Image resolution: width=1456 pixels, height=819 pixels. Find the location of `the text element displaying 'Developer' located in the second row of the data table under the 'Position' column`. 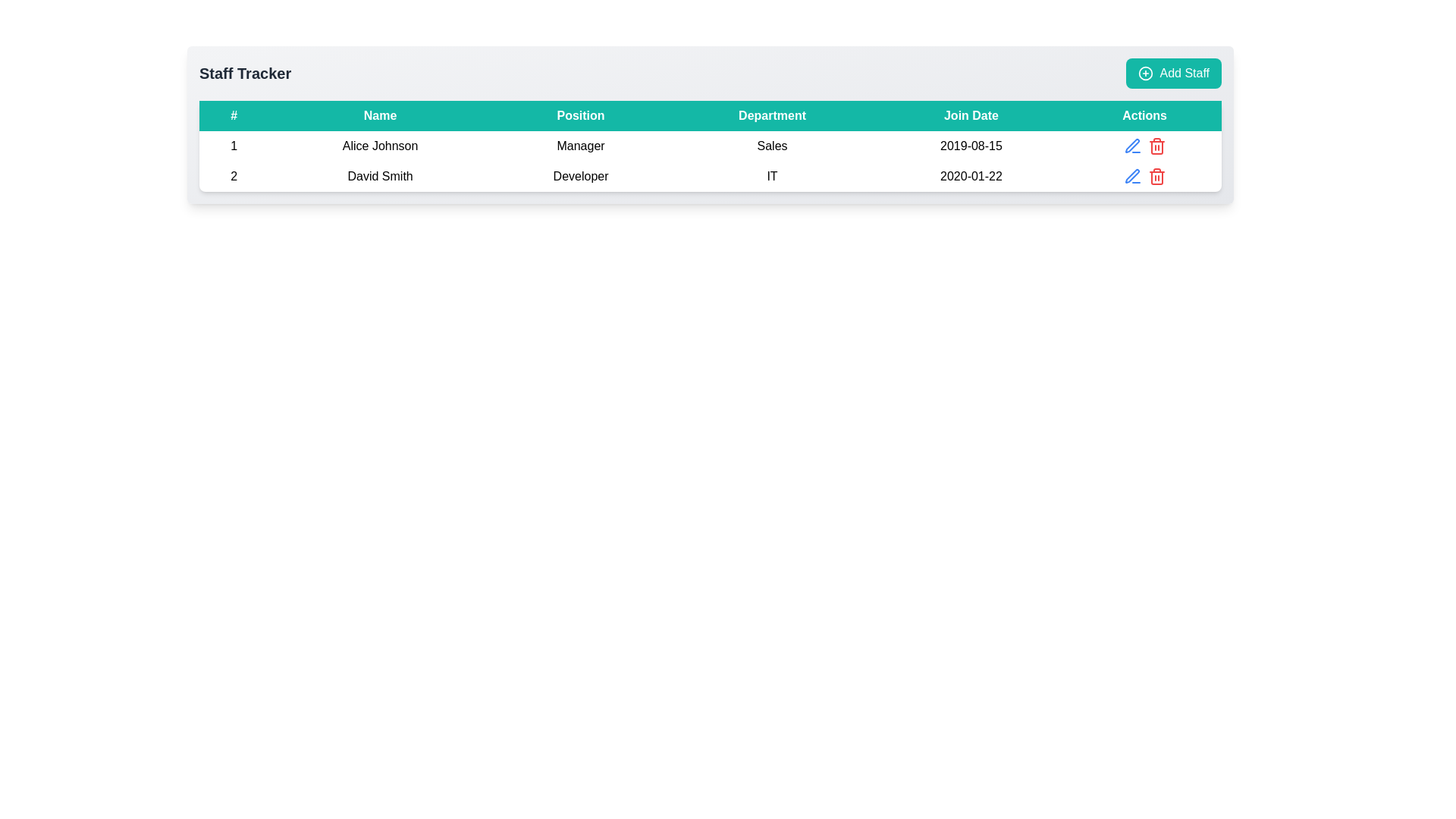

the text element displaying 'Developer' located in the second row of the data table under the 'Position' column is located at coordinates (580, 175).